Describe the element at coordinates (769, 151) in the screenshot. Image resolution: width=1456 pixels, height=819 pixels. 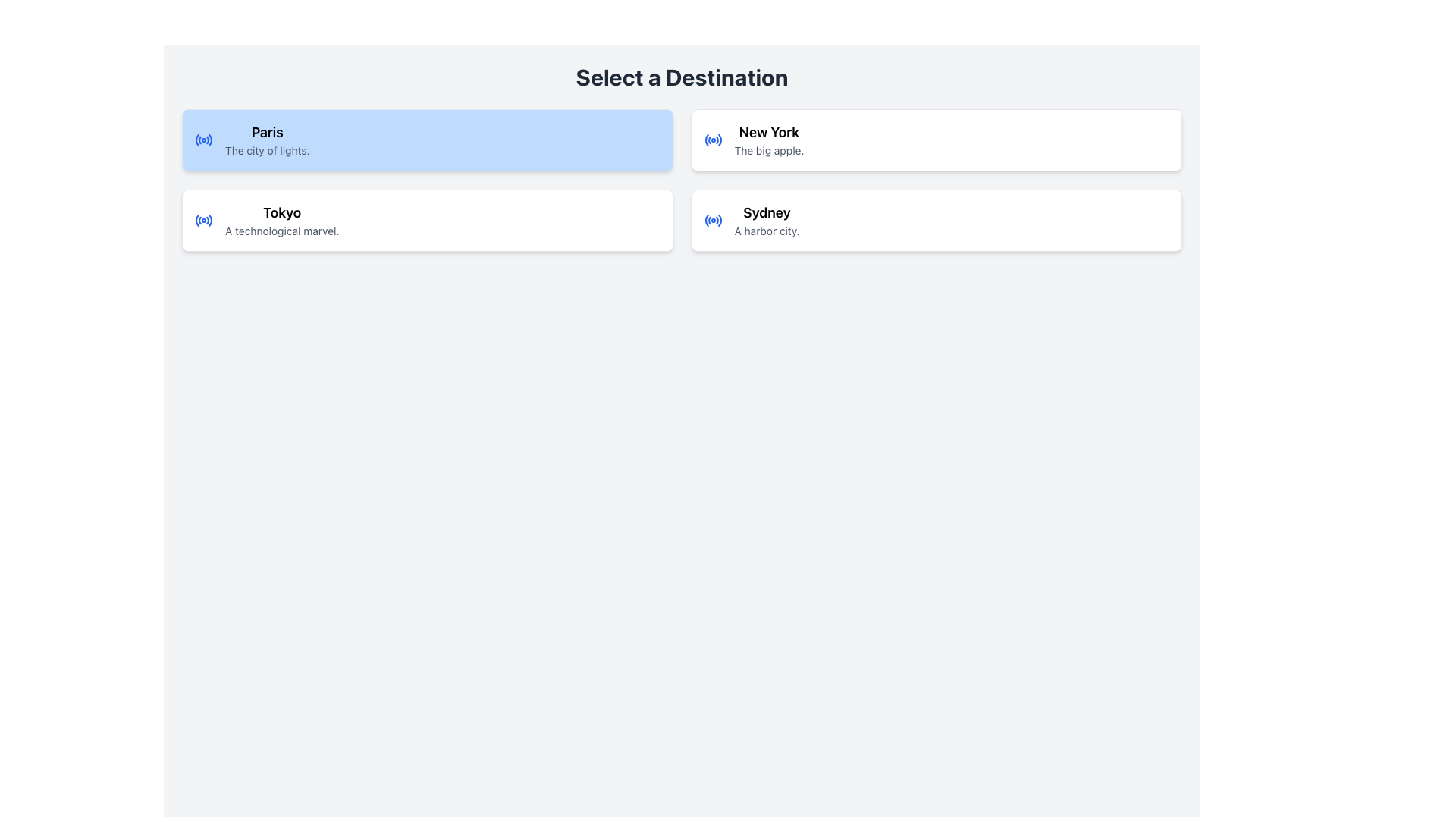
I see `the non-interactive text label providing descriptive information about 'New York', situated in the bottom half of the card labeled 'New York'` at that location.